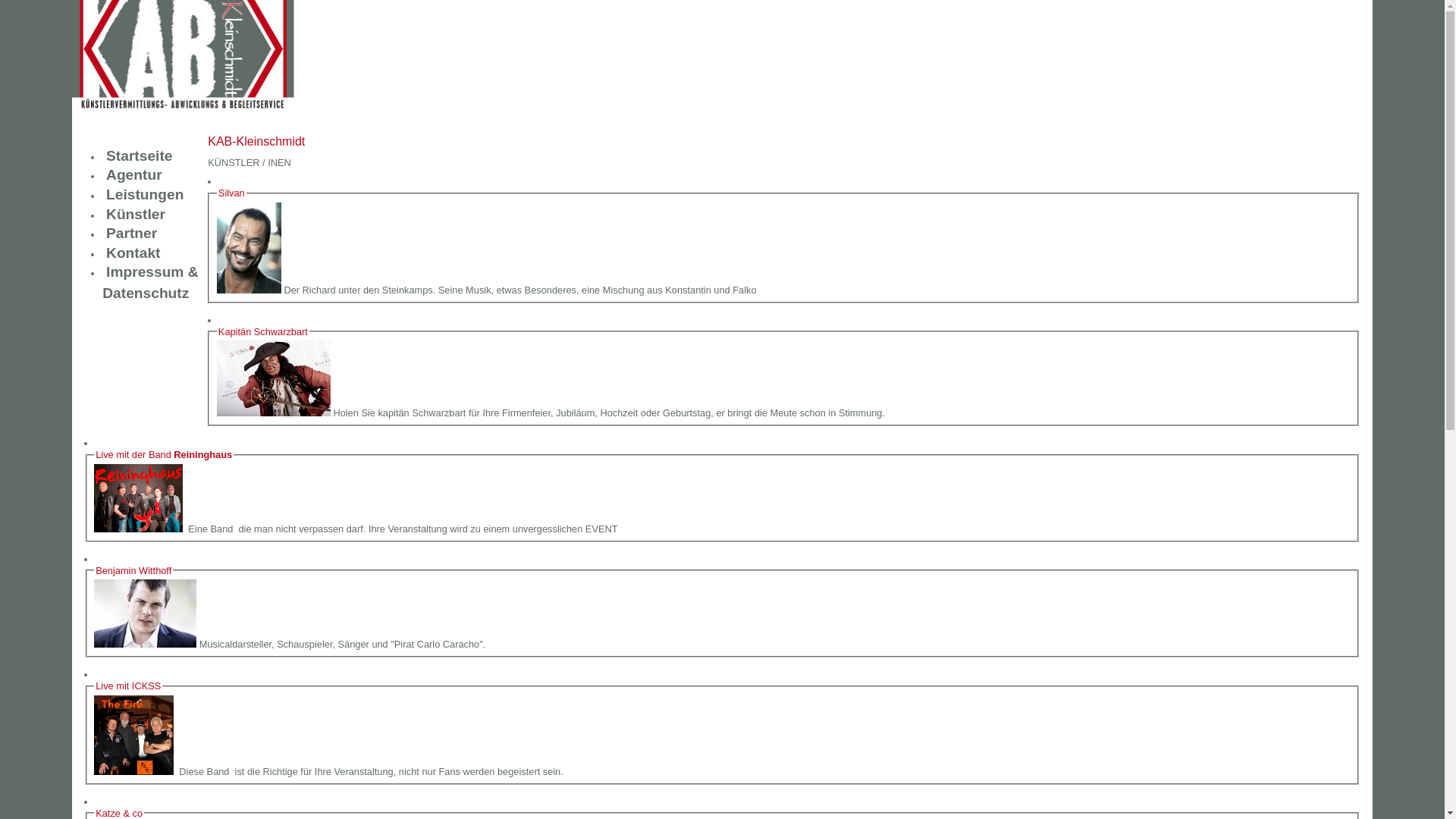 The width and height of the screenshot is (1456, 819). I want to click on 'Silvan', so click(231, 192).